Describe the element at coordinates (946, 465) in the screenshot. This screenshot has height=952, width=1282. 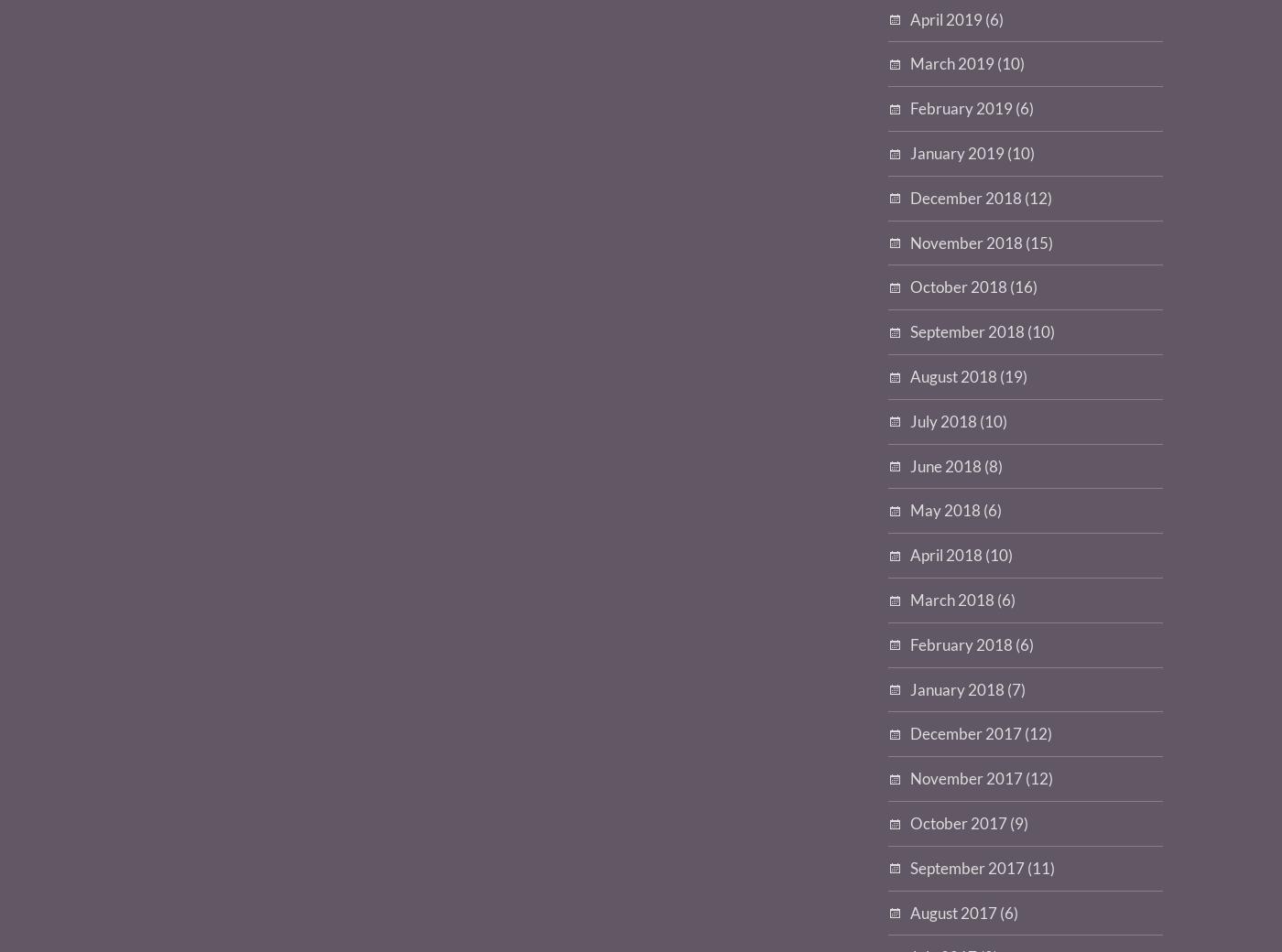
I see `'June 2018'` at that location.